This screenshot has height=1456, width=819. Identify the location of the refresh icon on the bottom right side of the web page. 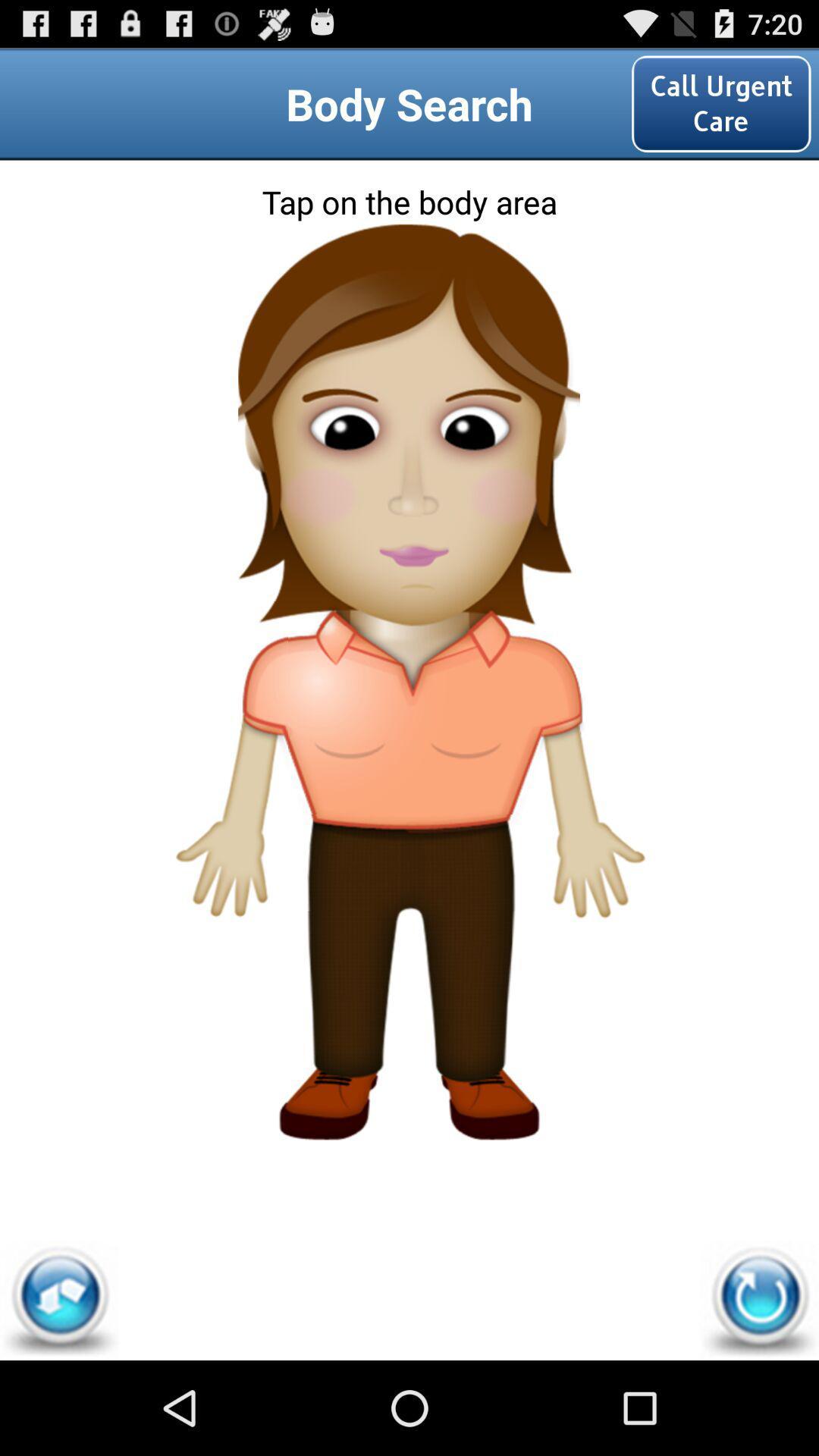
(759, 1300).